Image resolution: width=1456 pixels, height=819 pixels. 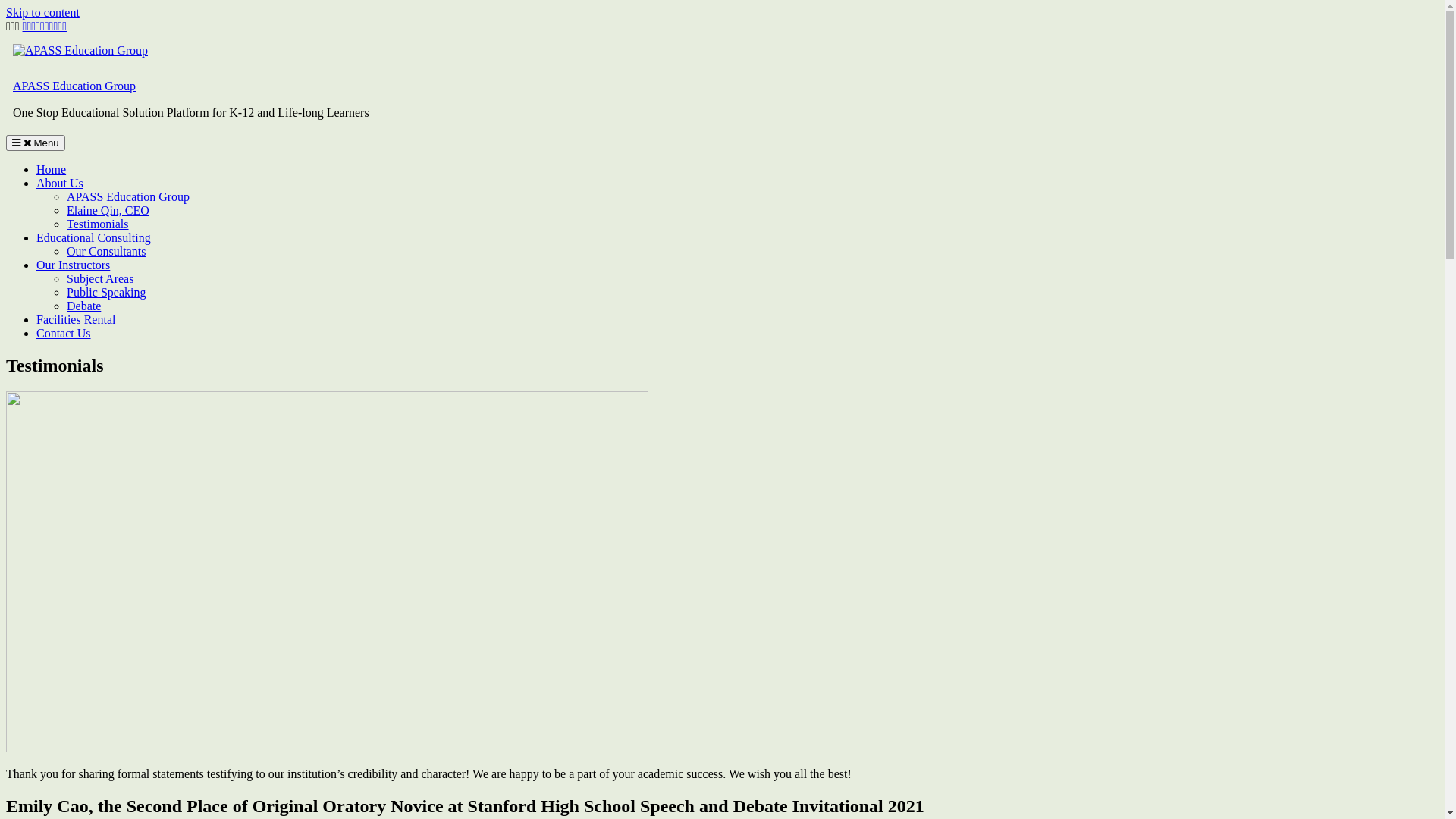 I want to click on 'Educational Consulting', so click(x=93, y=237).